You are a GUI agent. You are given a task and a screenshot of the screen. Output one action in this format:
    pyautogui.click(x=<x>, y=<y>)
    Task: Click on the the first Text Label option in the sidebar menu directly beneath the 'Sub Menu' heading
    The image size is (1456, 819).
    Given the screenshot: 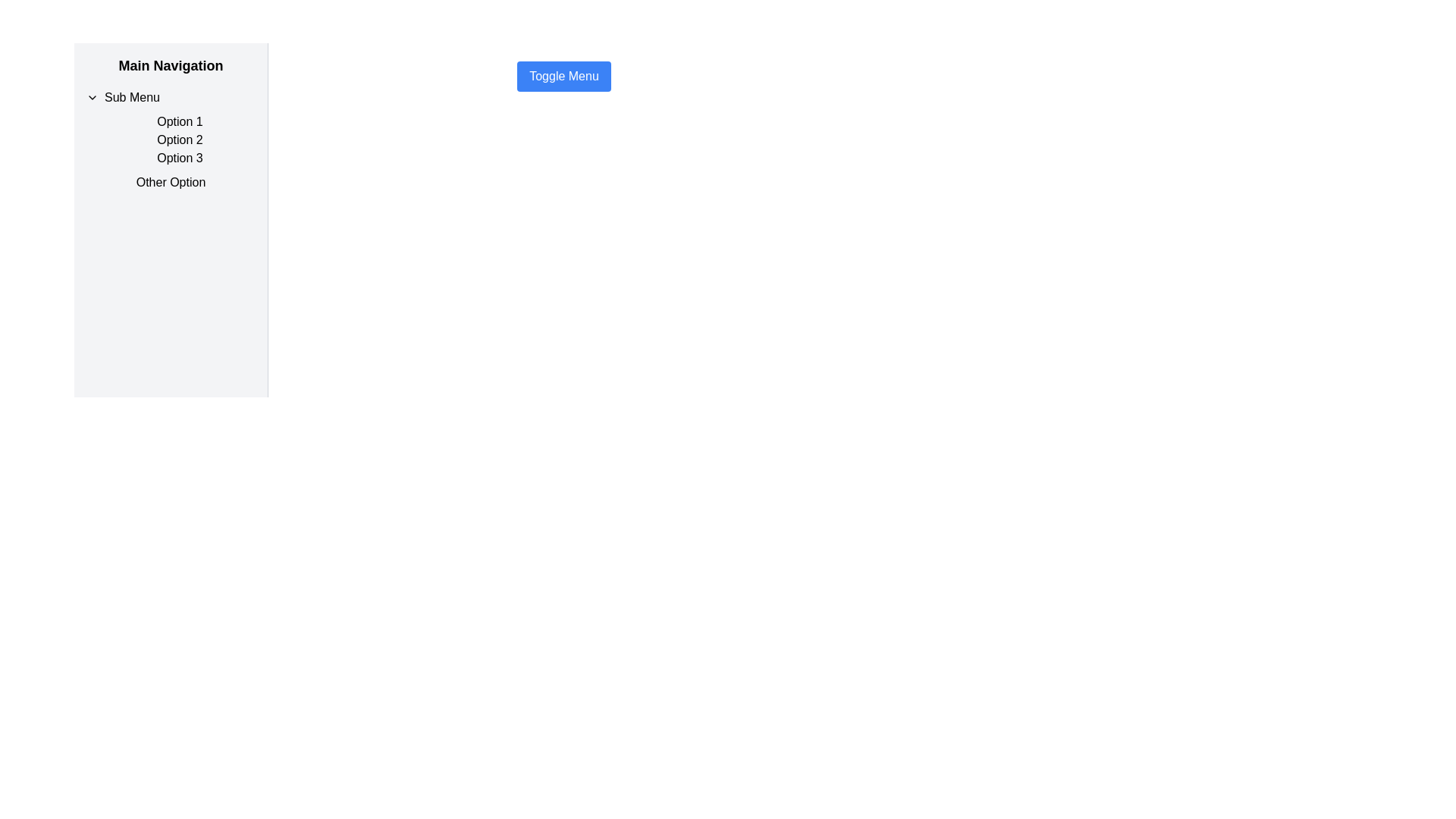 What is the action you would take?
    pyautogui.click(x=180, y=121)
    